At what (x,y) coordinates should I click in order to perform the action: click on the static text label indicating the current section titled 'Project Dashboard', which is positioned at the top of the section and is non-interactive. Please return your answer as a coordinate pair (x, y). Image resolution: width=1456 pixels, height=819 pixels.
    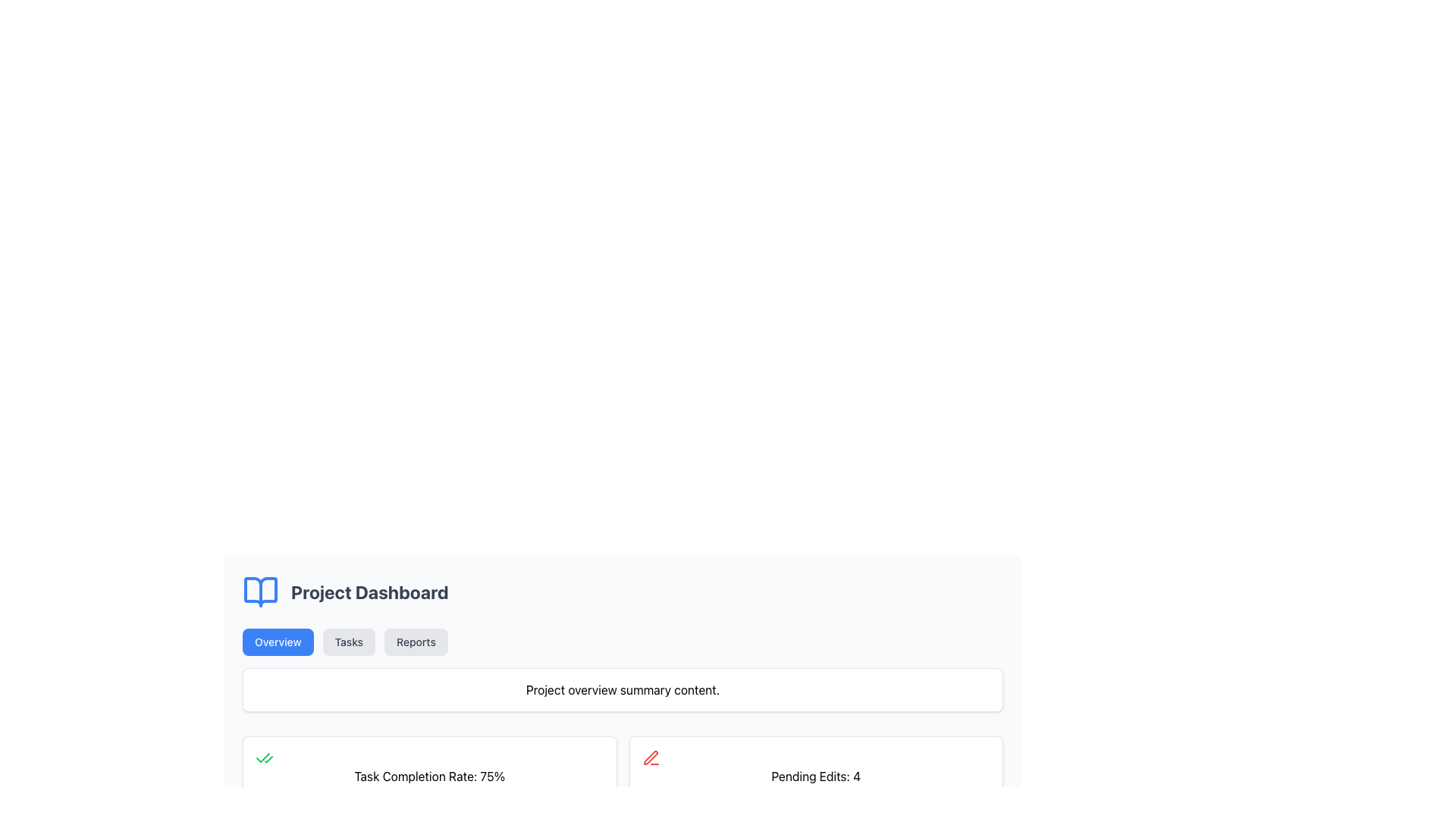
    Looking at the image, I should click on (369, 591).